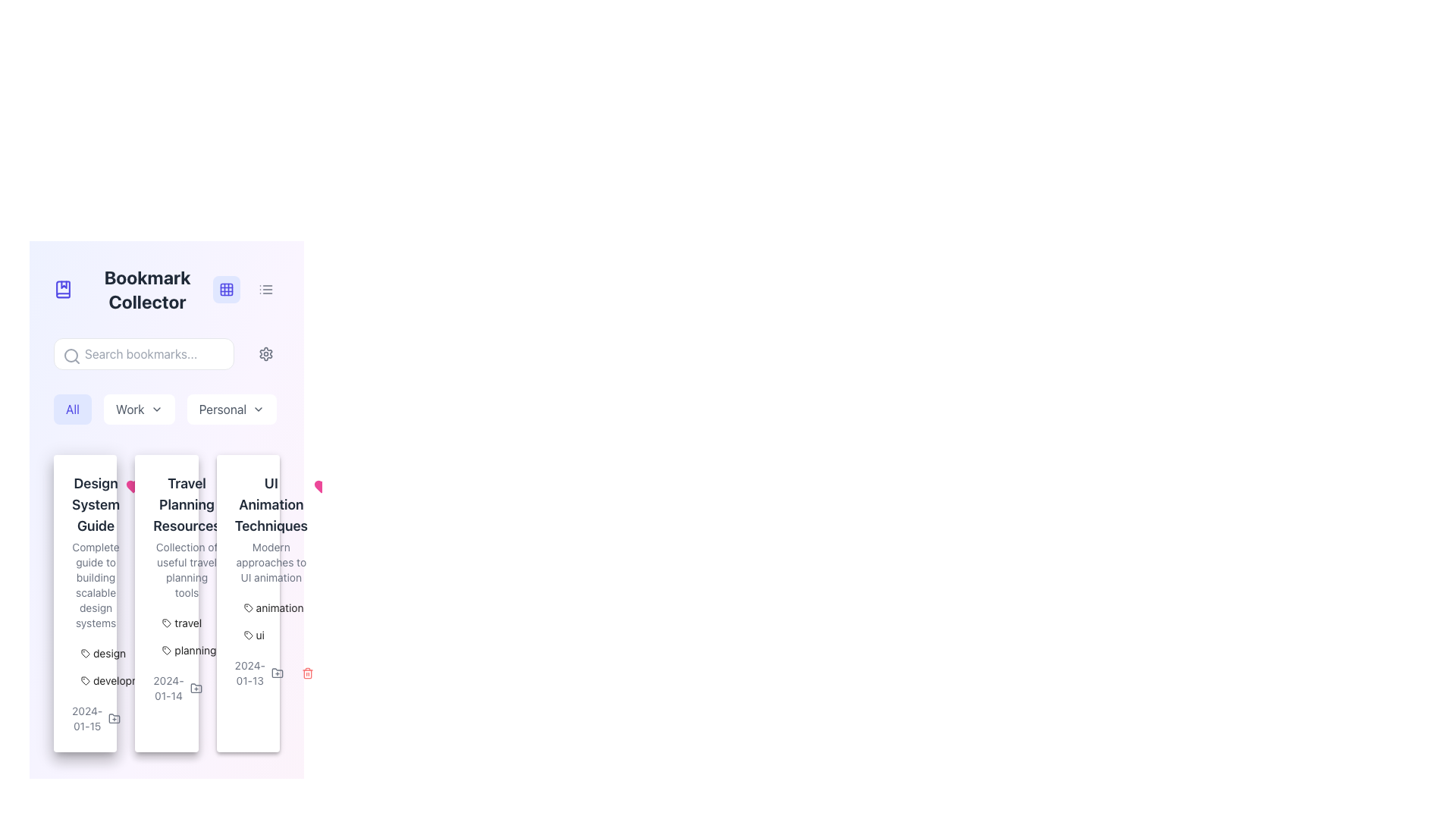 Image resolution: width=1456 pixels, height=819 pixels. I want to click on date displayed in light grey font at the bottom left of the second card titled 'Travel Planning Resources', so click(167, 688).